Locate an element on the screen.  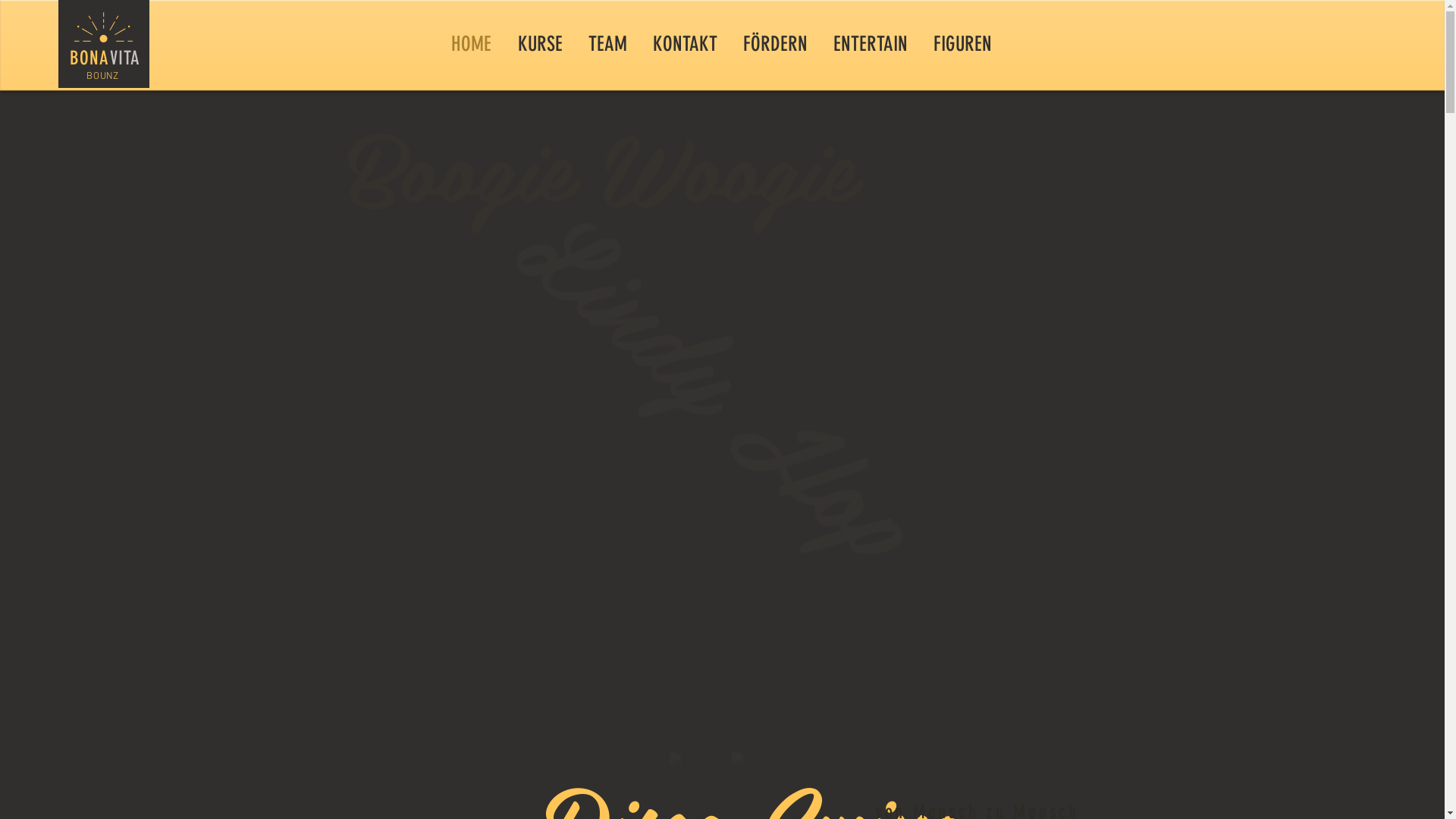
'KONTAKT' is located at coordinates (684, 42).